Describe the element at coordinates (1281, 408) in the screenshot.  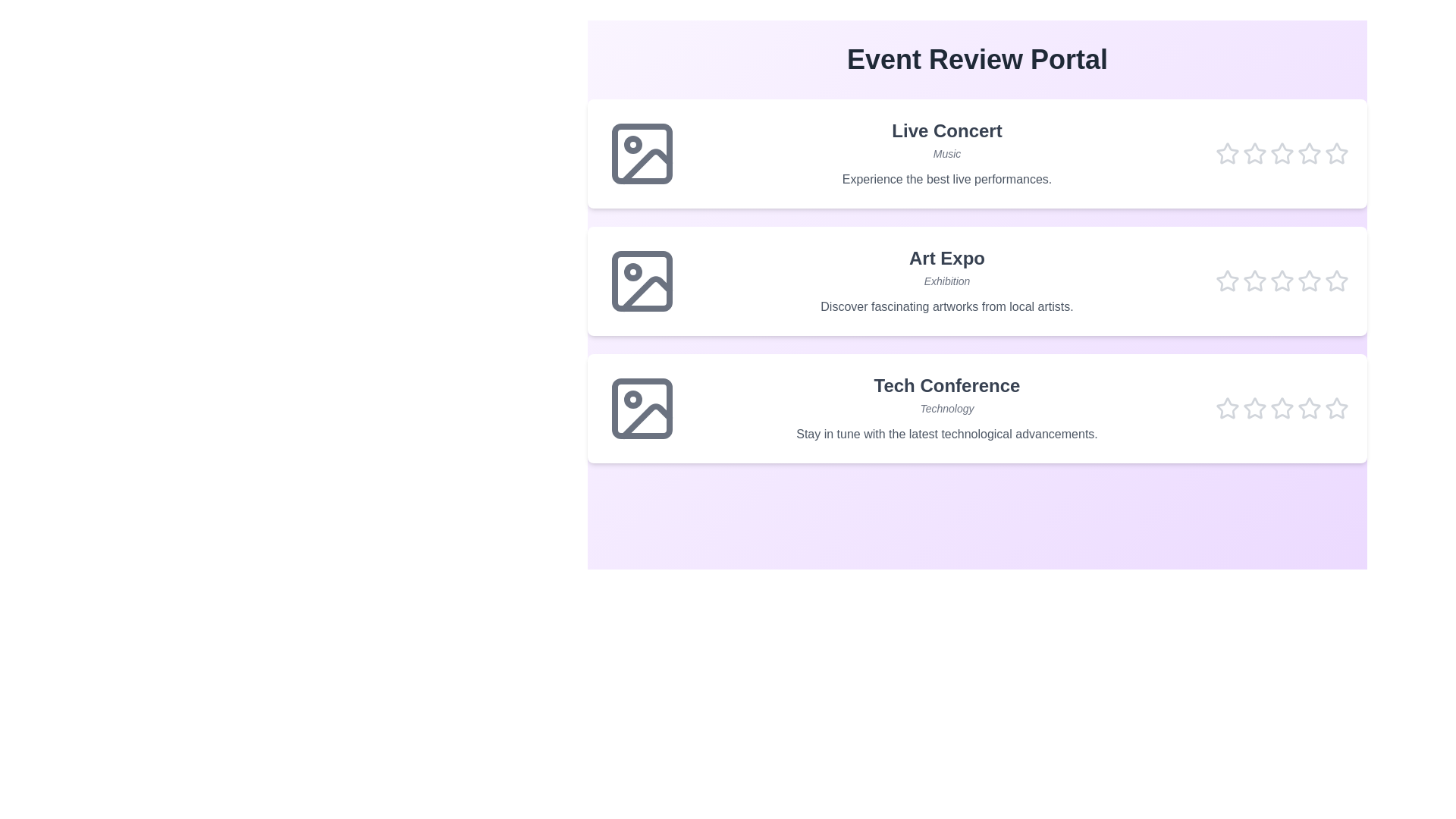
I see `the star corresponding to the rating 3 for the event Tech Conference` at that location.